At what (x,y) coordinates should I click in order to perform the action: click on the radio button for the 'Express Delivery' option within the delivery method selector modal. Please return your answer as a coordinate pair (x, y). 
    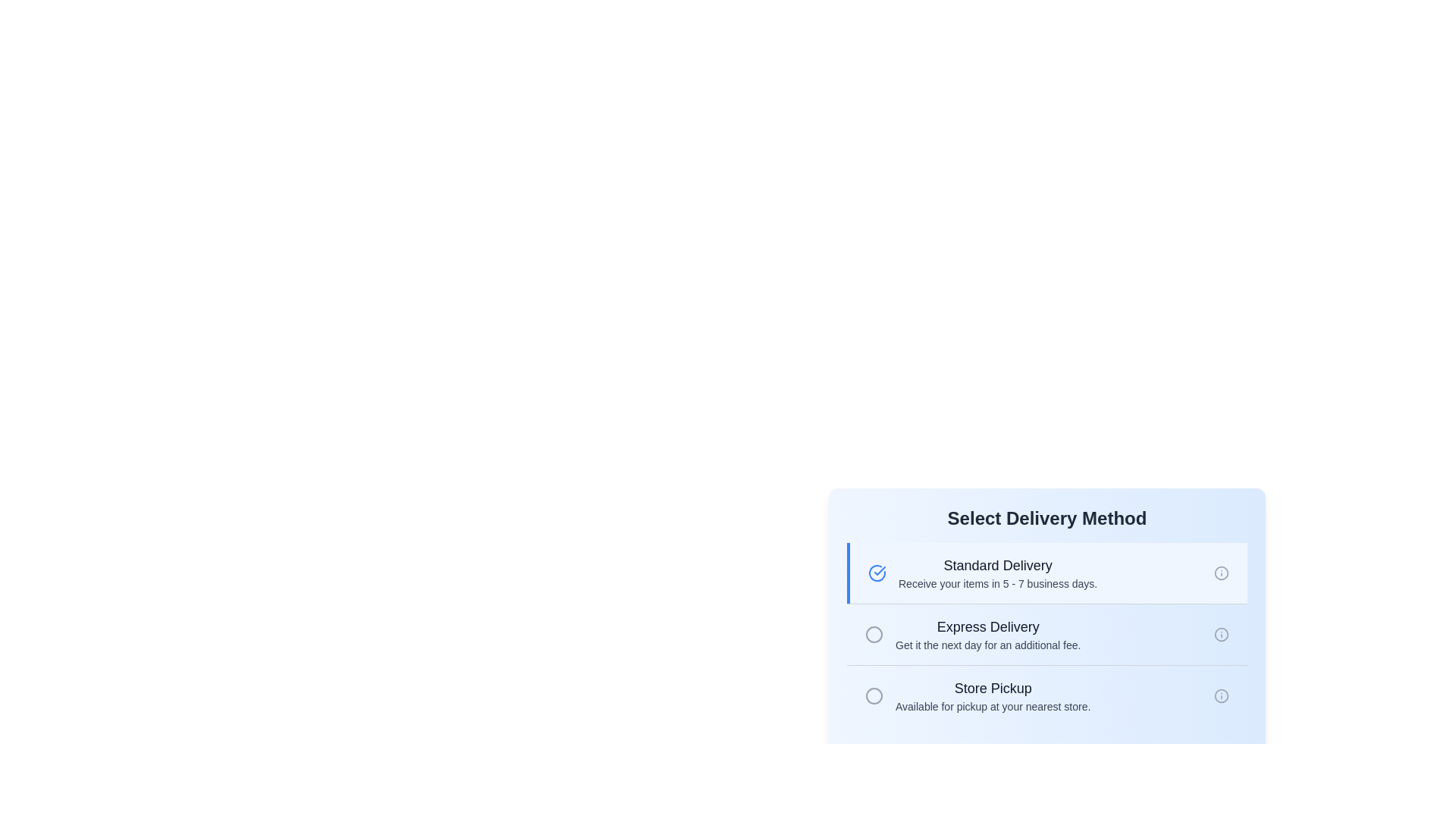
    Looking at the image, I should click on (1046, 636).